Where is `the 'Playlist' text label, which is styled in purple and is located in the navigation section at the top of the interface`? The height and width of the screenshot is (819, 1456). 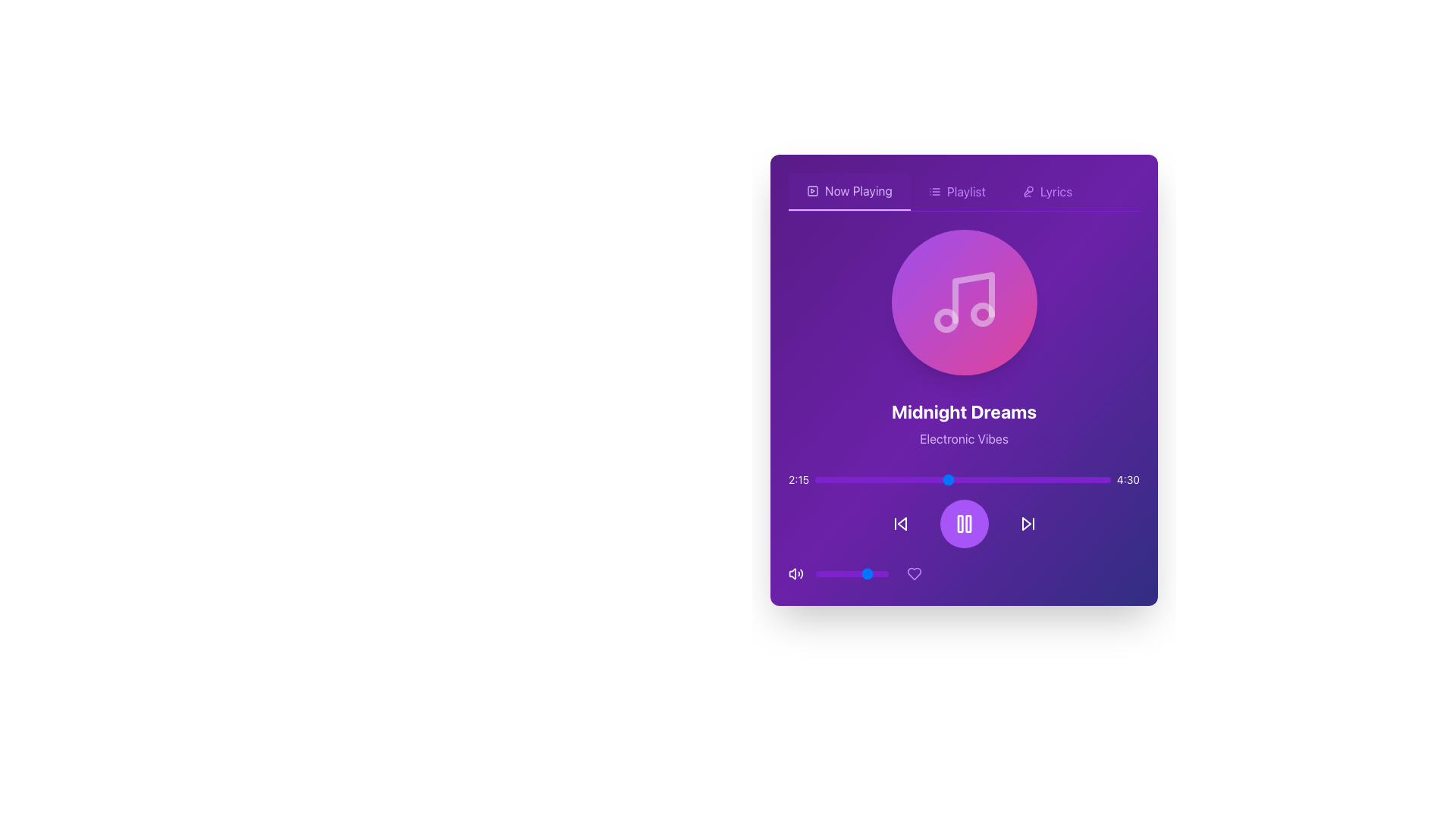 the 'Playlist' text label, which is styled in purple and is located in the navigation section at the top of the interface is located at coordinates (965, 191).